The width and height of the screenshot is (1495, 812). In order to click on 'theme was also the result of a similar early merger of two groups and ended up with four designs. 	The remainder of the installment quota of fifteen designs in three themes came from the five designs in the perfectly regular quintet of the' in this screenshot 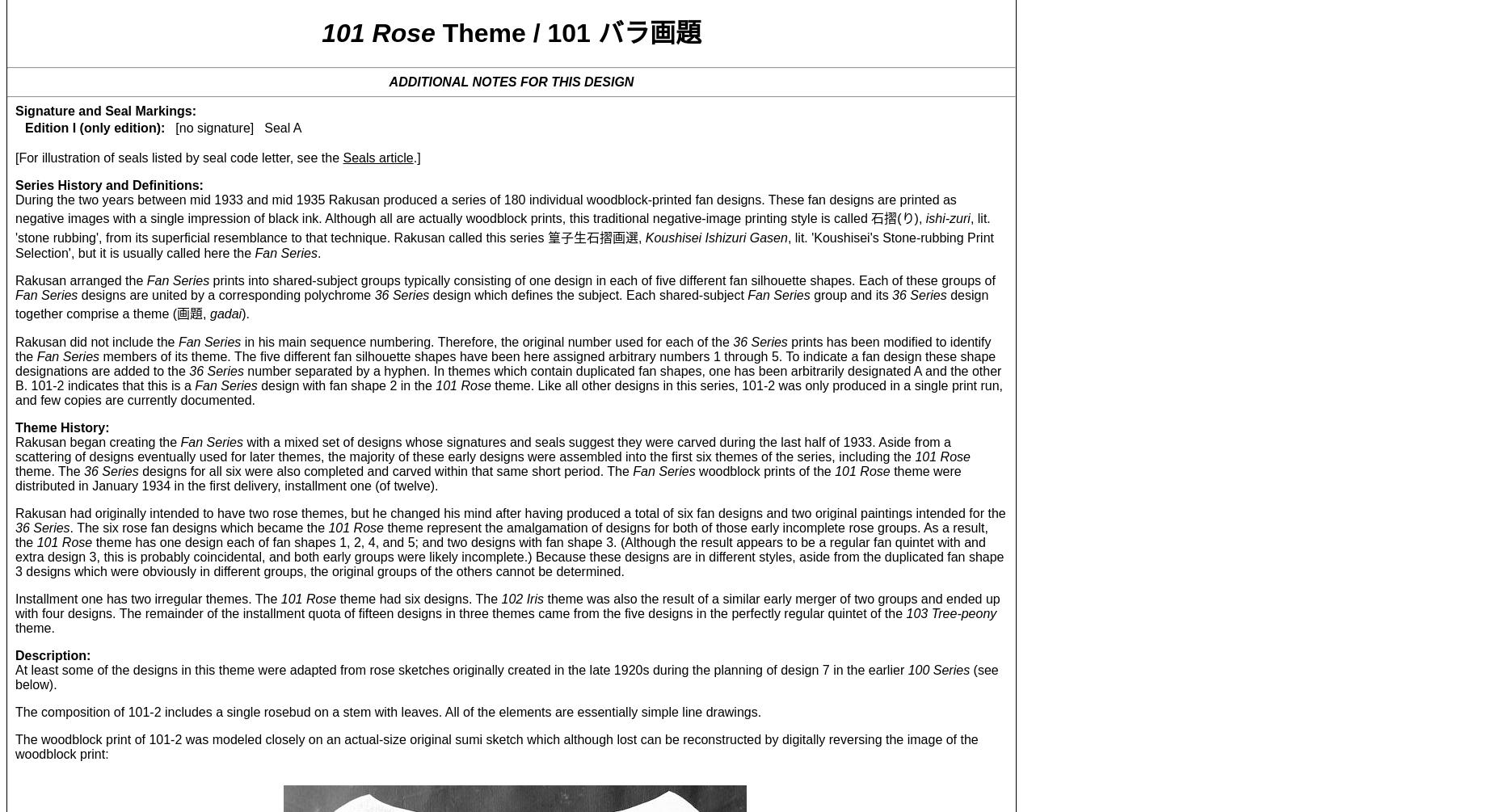, I will do `click(507, 605)`.